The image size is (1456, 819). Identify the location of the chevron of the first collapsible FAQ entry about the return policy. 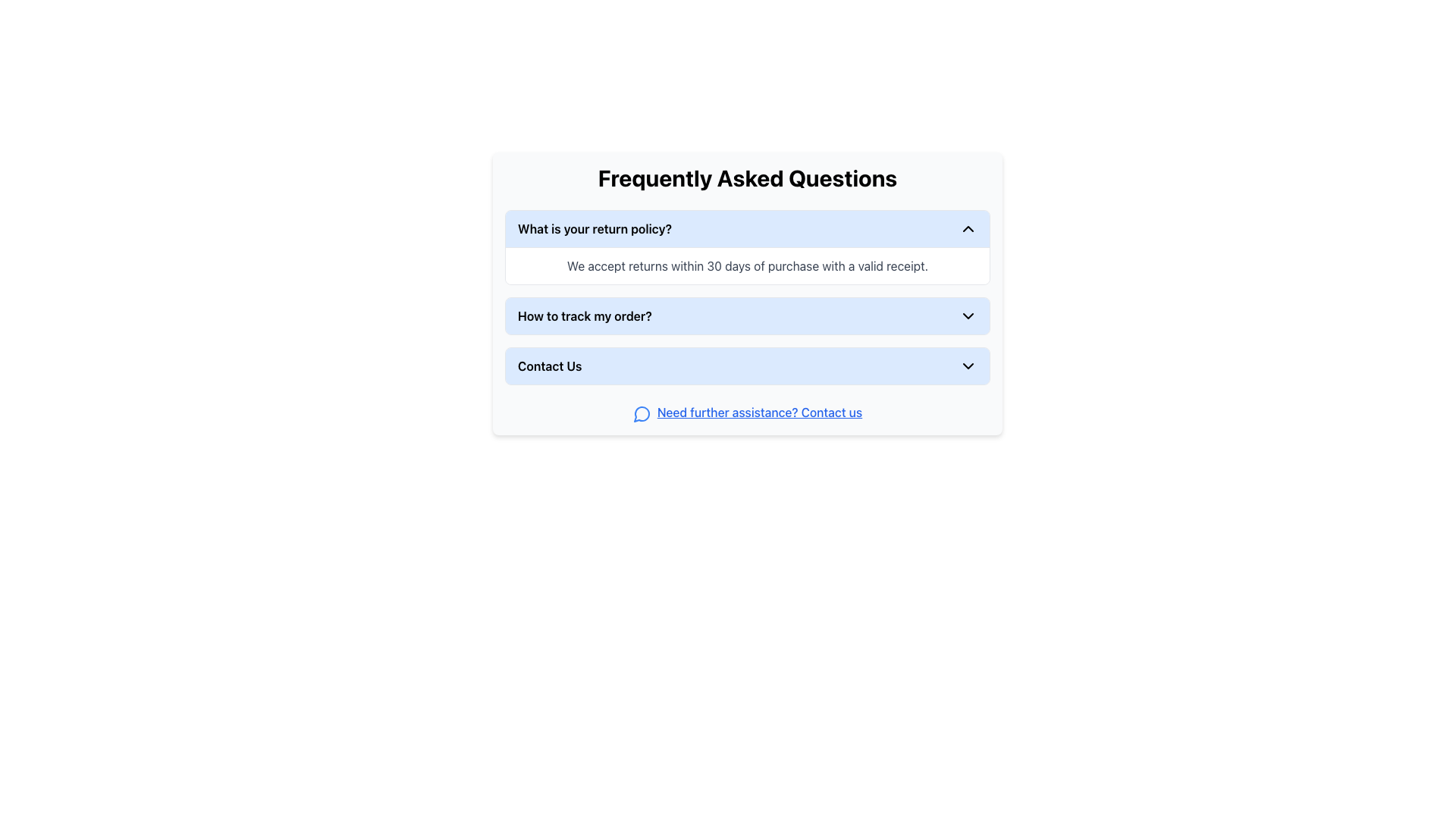
(747, 246).